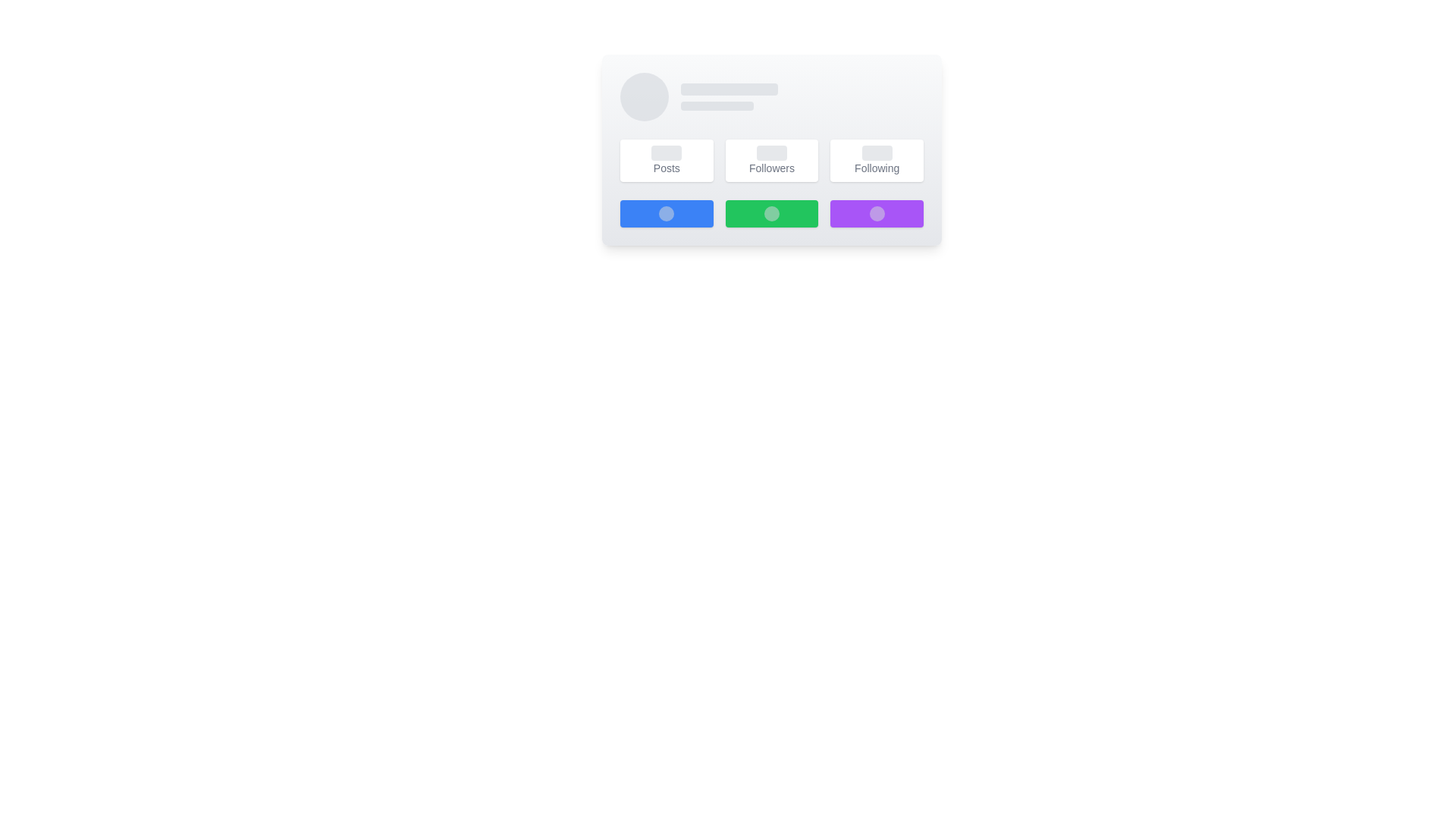  I want to click on the multi-item display component consisting of three information cards labeled 'Posts', 'Followers', and 'Following' located centrally below a circular avatar, so click(771, 161).